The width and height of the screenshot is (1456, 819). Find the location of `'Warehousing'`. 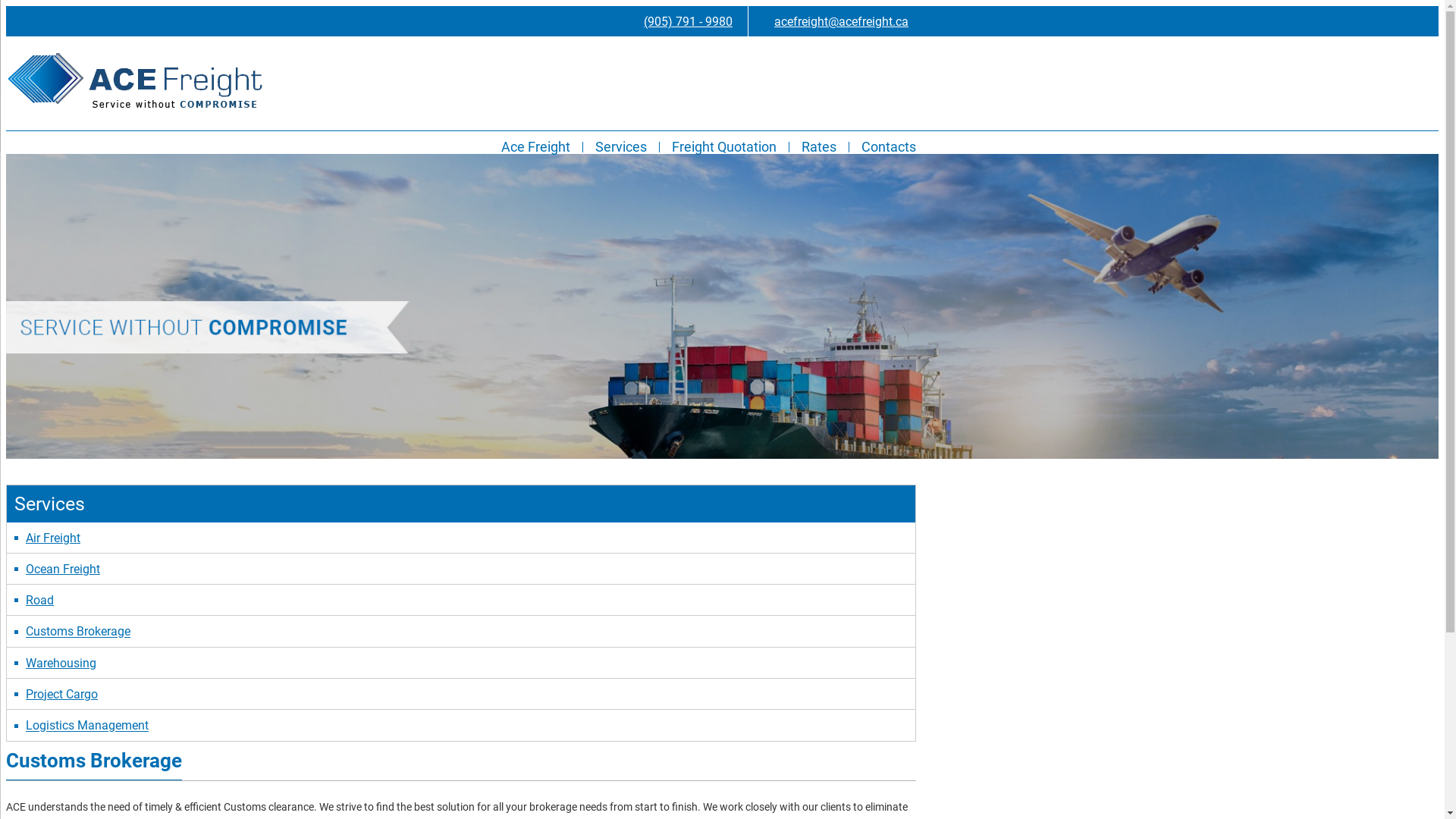

'Warehousing' is located at coordinates (25, 662).